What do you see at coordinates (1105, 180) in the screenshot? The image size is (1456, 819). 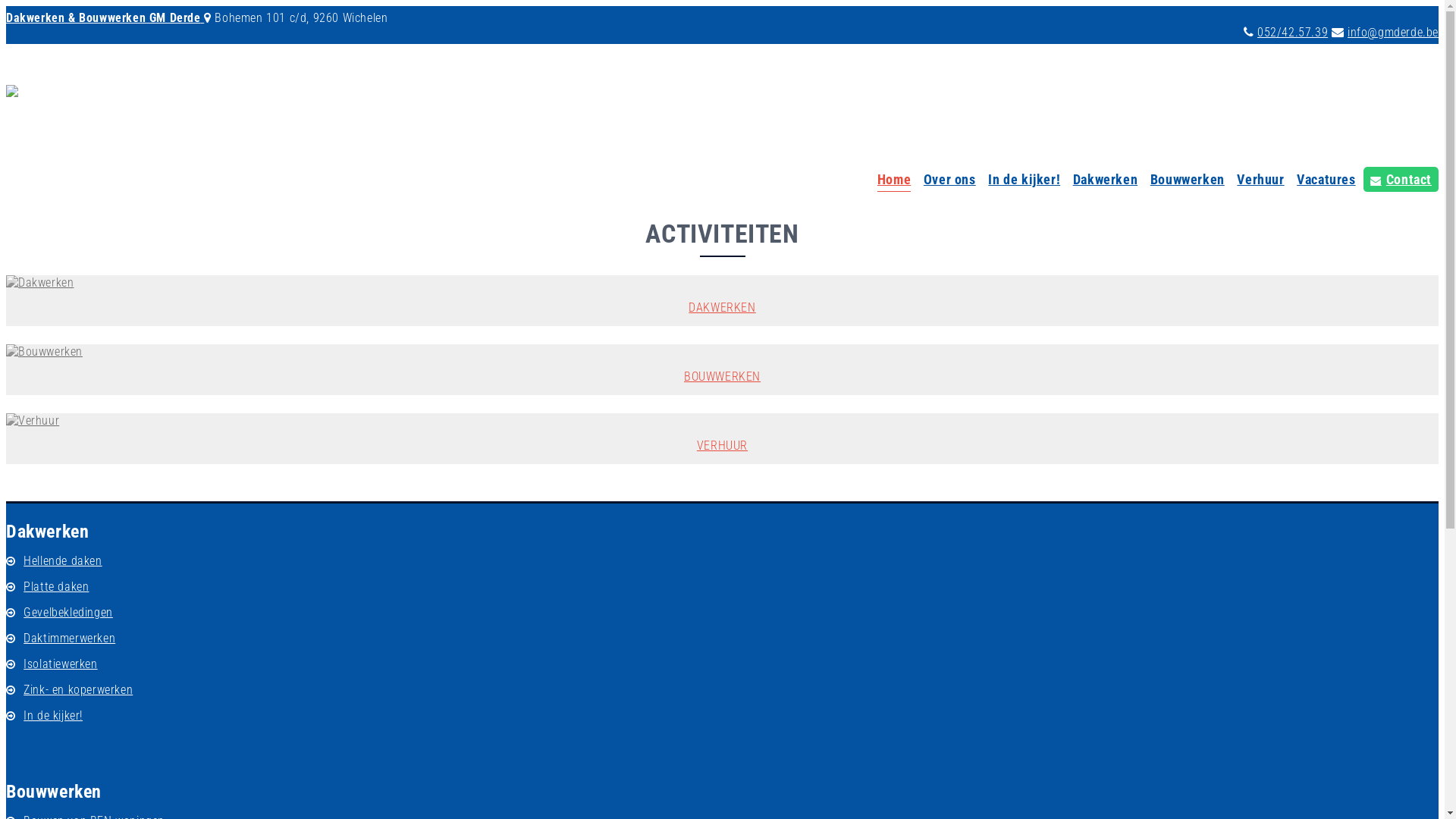 I see `'Dakwerken'` at bounding box center [1105, 180].